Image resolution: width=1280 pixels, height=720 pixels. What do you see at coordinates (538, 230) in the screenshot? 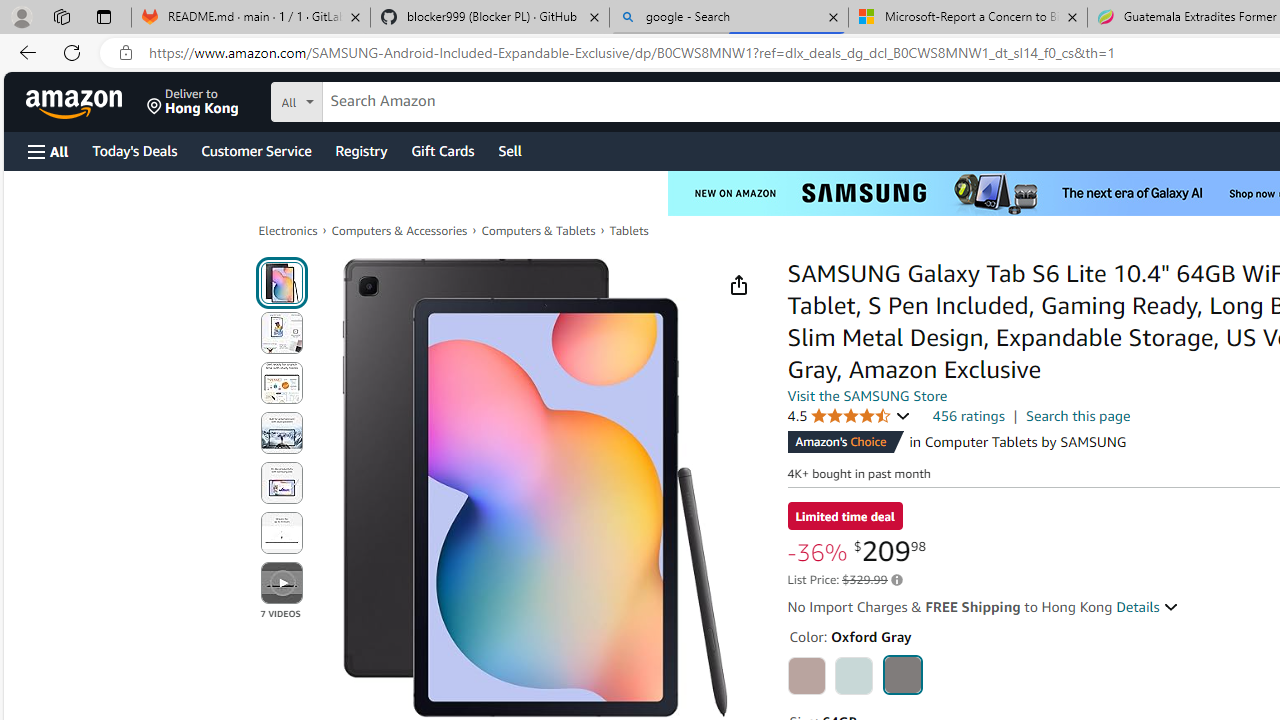
I see `'Computers & Tablets'` at bounding box center [538, 230].